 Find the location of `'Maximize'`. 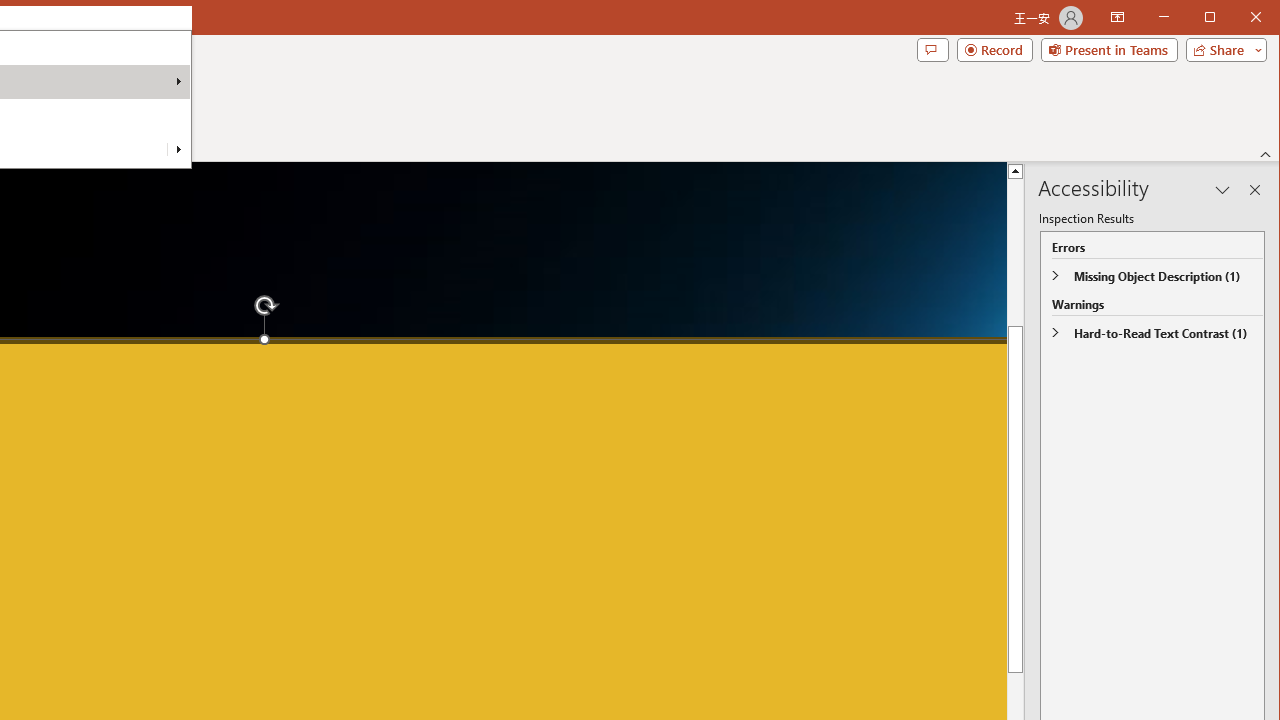

'Maximize' is located at coordinates (1238, 19).